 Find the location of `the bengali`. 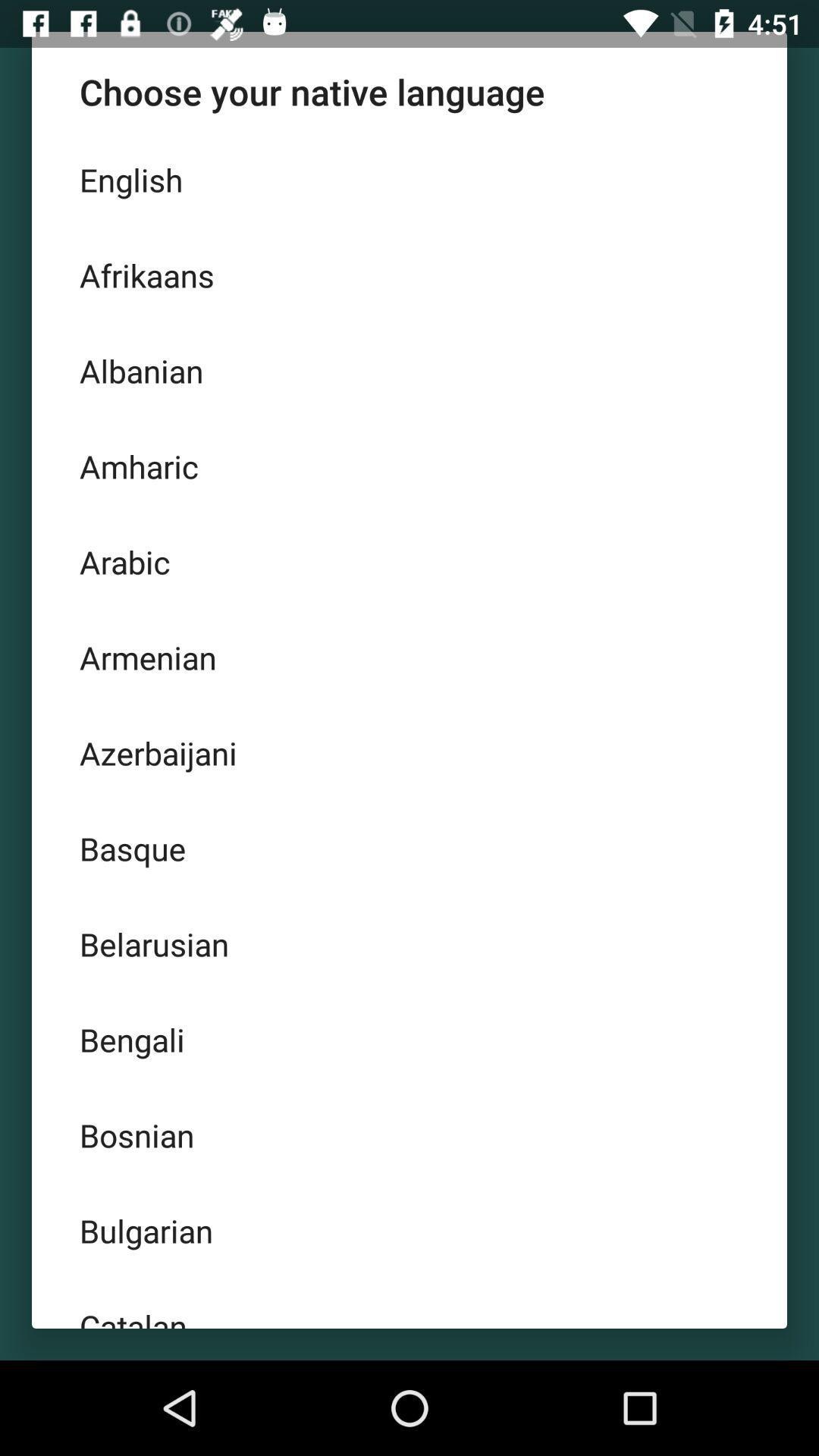

the bengali is located at coordinates (409, 1039).